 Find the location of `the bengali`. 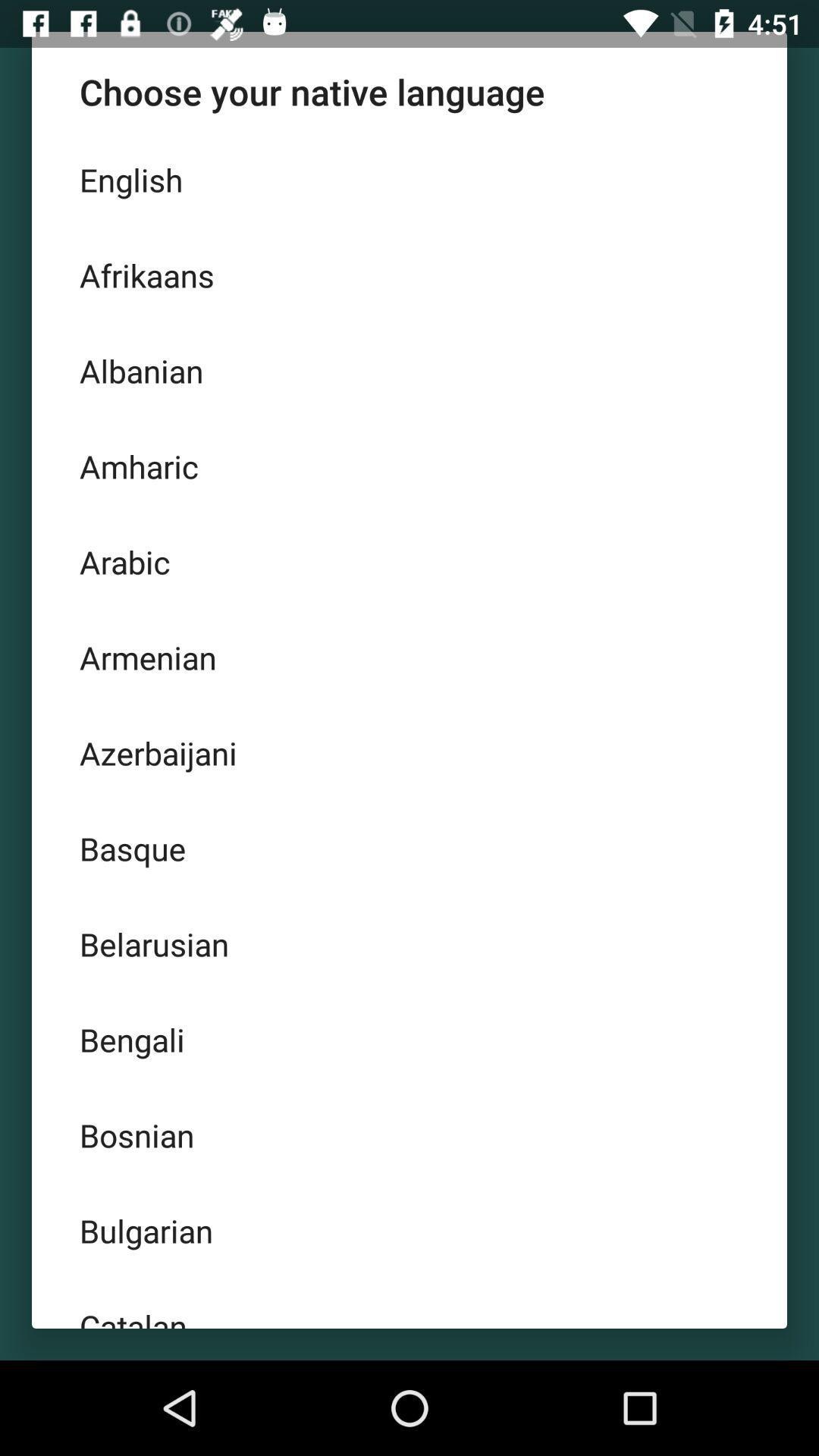

the bengali is located at coordinates (409, 1039).